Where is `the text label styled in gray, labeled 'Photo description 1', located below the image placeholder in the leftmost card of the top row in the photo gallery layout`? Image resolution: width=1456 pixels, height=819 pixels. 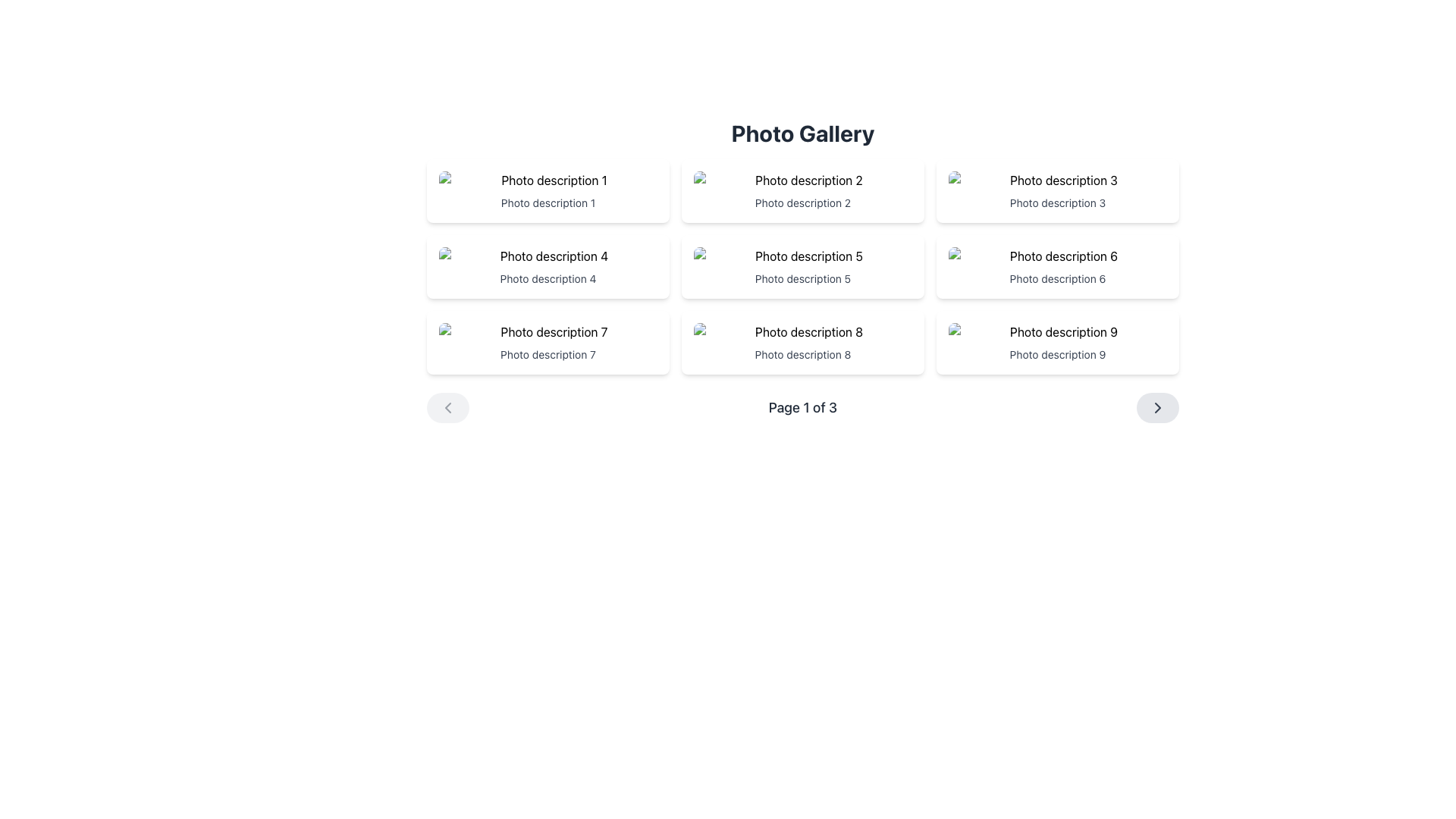
the text label styled in gray, labeled 'Photo description 1', located below the image placeholder in the leftmost card of the top row in the photo gallery layout is located at coordinates (548, 202).